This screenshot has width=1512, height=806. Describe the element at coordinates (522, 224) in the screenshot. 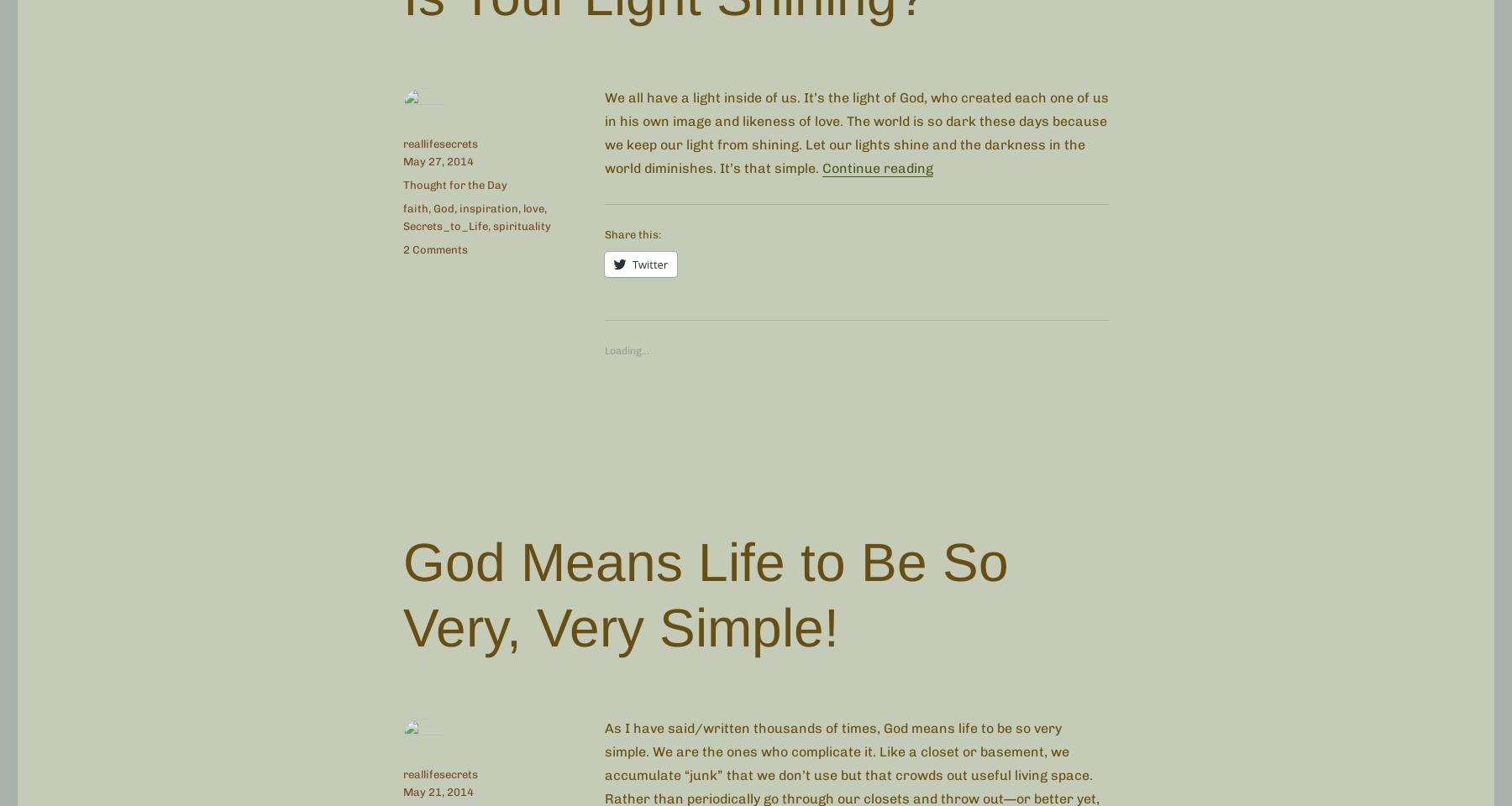

I see `'spirituality'` at that location.